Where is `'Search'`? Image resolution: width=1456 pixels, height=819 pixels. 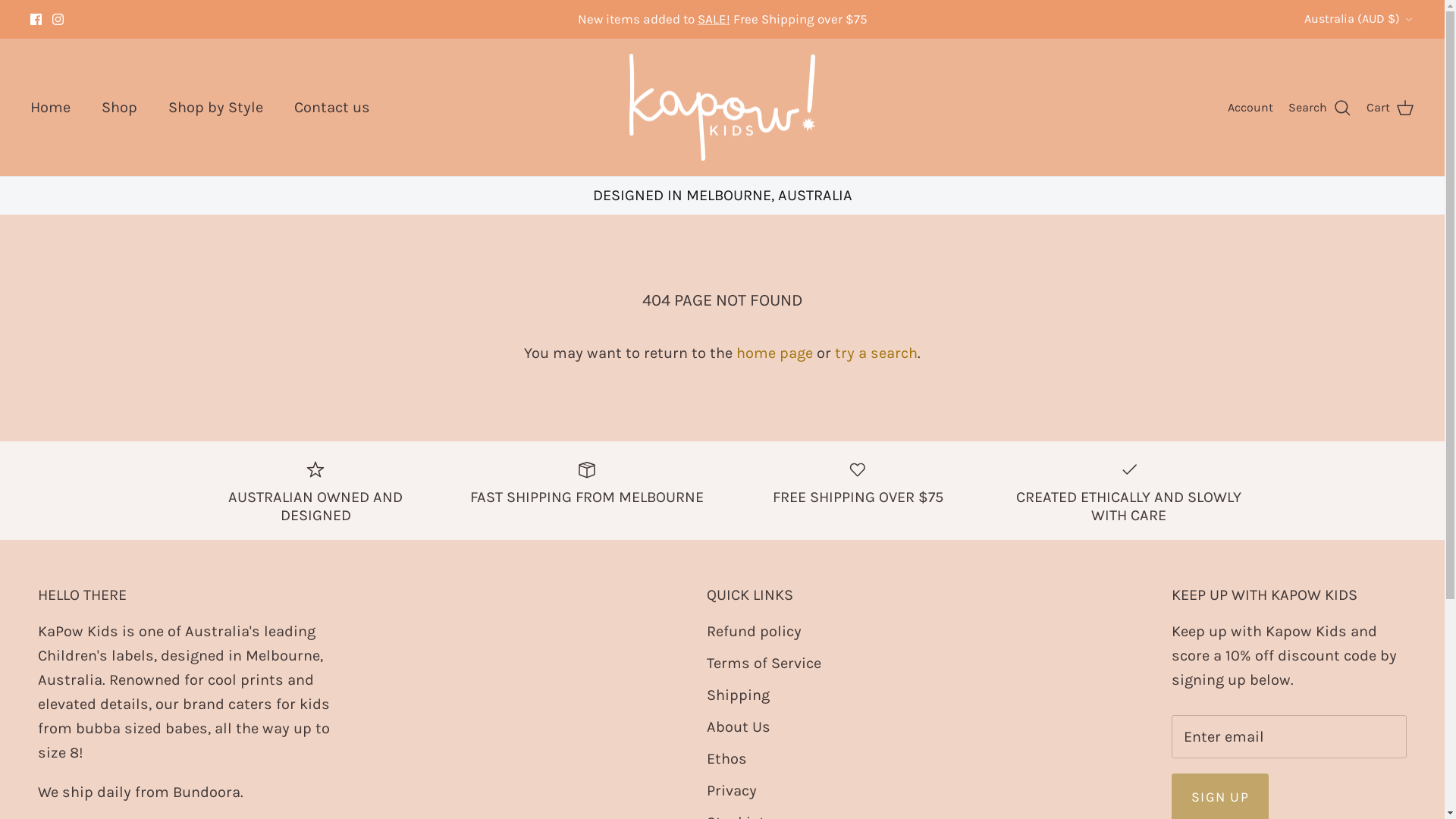 'Search' is located at coordinates (1288, 107).